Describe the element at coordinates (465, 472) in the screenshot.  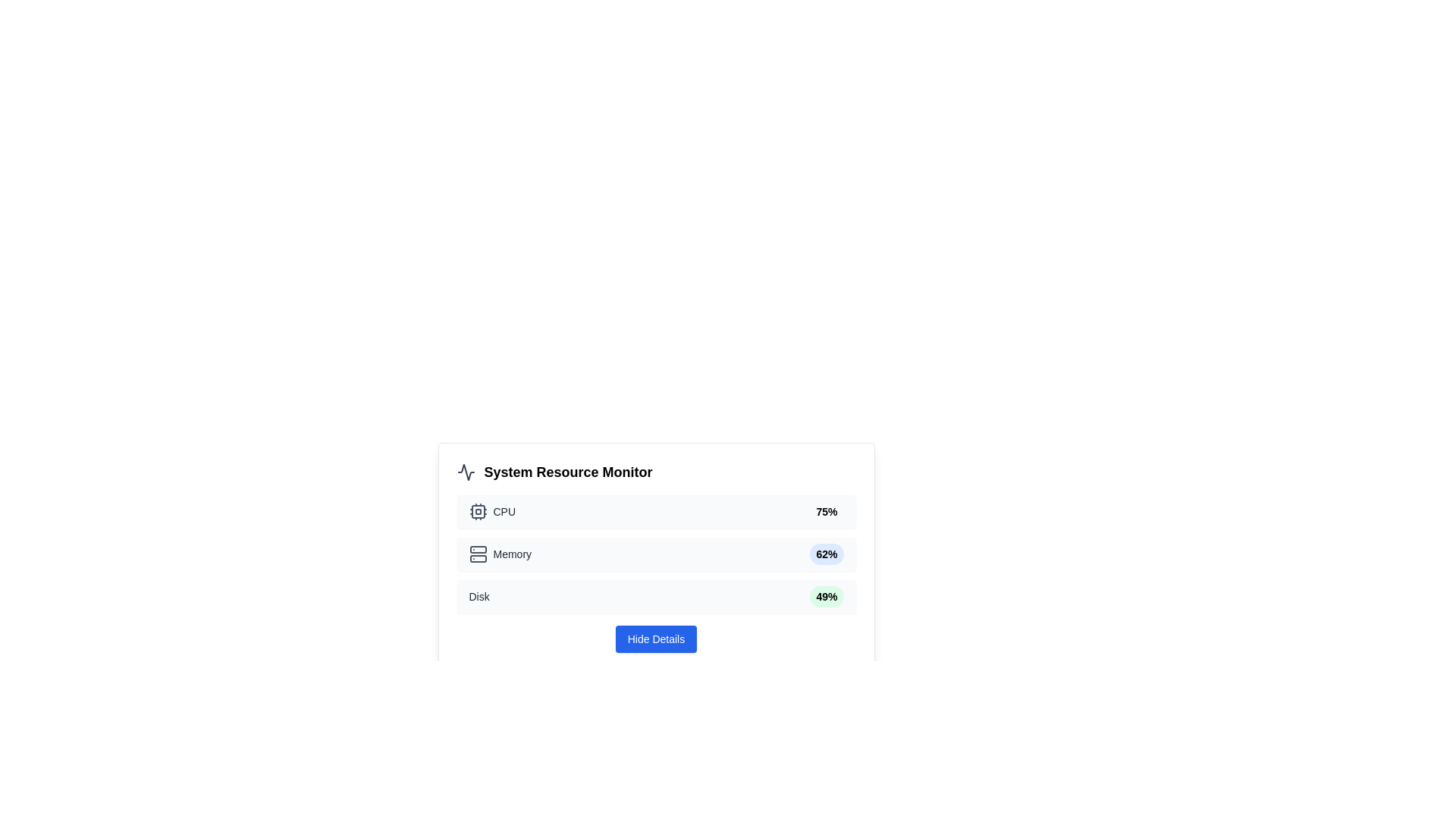
I see `the Vector graphic icon that visually represents system activity monitoring, located next to the 'System Resource Monitor' label` at that location.